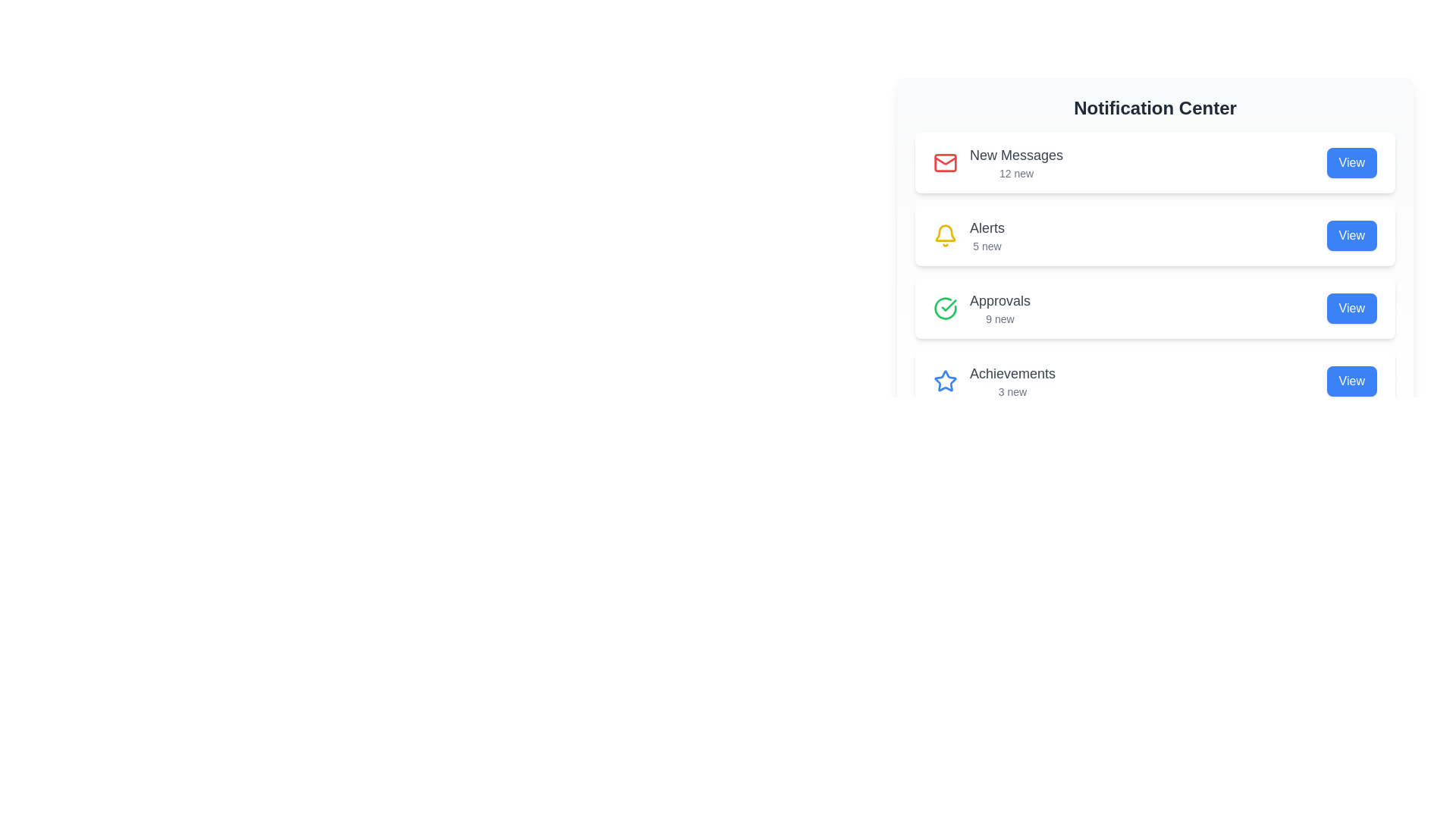 The width and height of the screenshot is (1456, 819). I want to click on the star icon that represents the Achievements category in the notification center, located to the left of the 'Achievements' text, so click(945, 380).